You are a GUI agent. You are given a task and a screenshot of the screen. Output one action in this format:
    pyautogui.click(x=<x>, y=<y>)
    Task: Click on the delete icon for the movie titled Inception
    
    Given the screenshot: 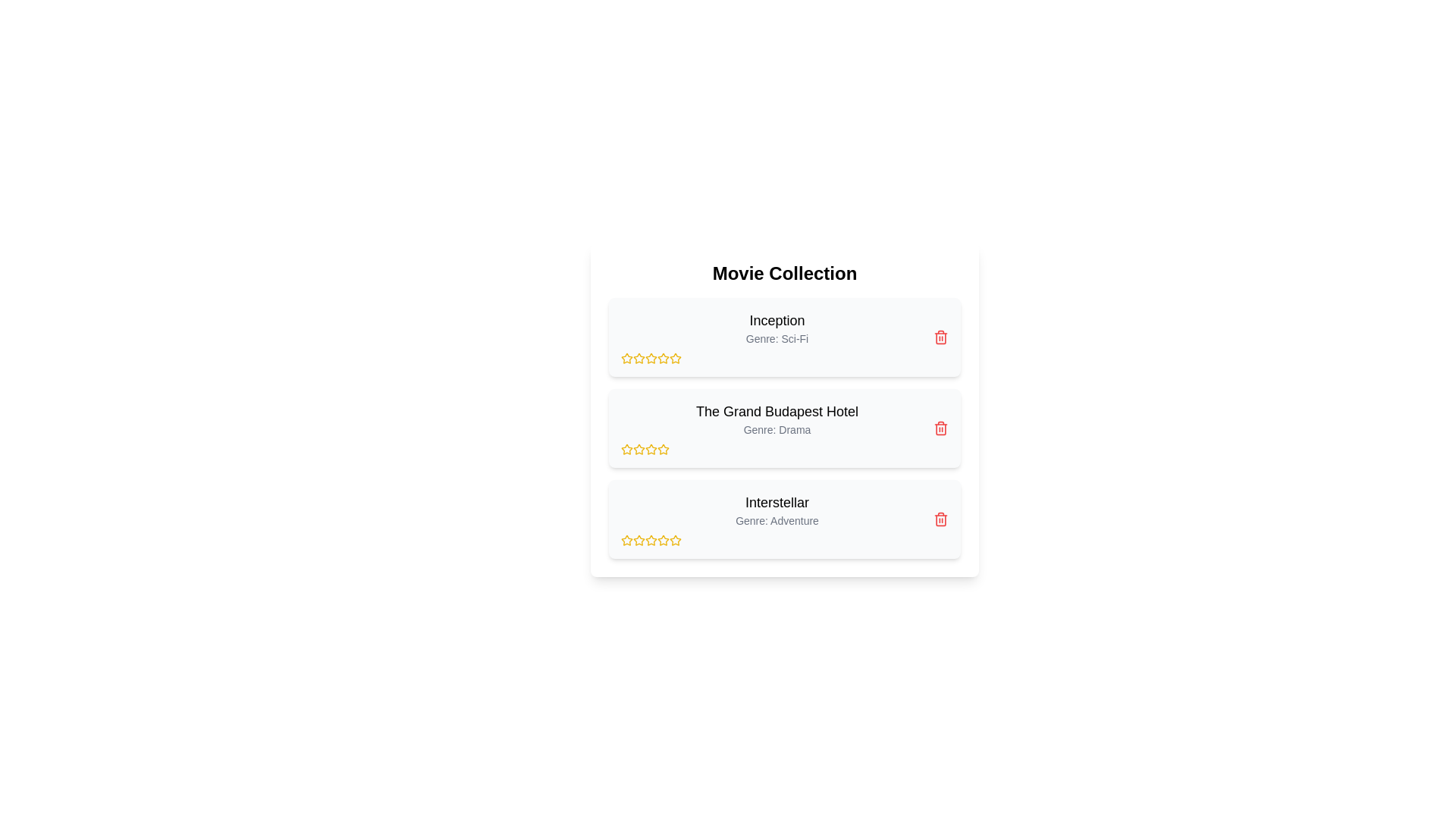 What is the action you would take?
    pyautogui.click(x=940, y=336)
    